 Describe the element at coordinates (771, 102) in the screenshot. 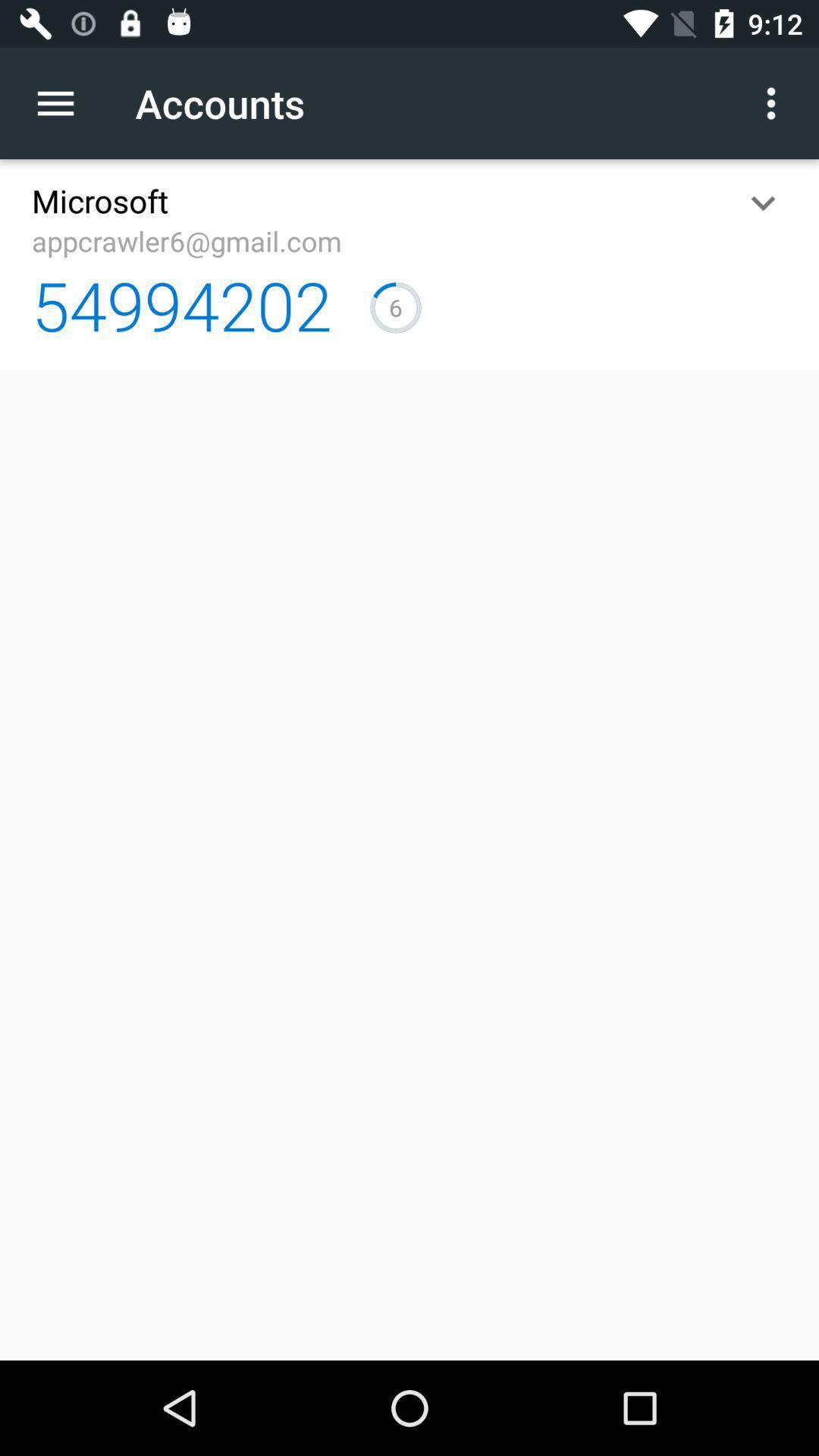

I see `app to the right of accounts icon` at that location.